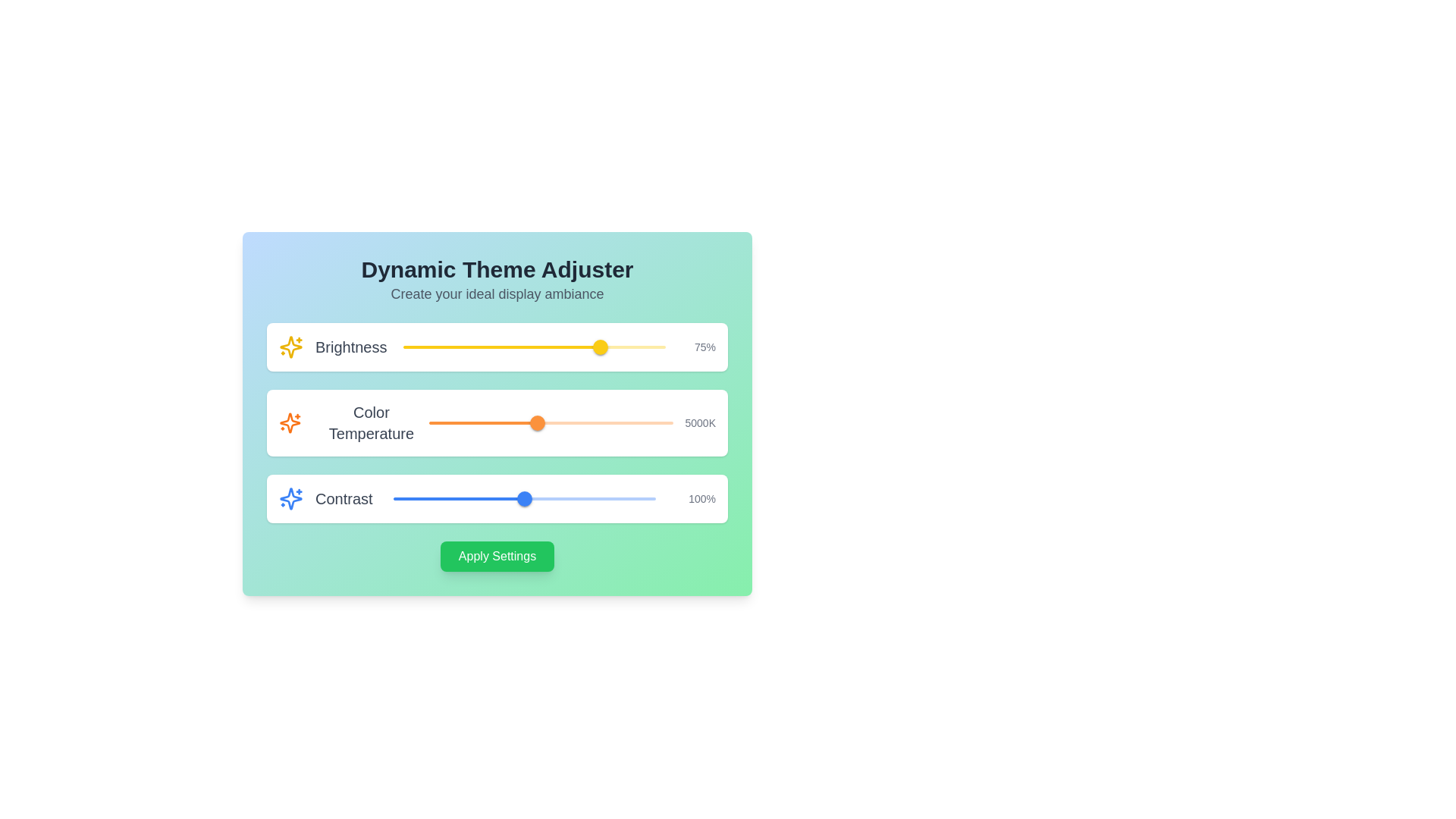 This screenshot has height=819, width=1456. What do you see at coordinates (497, 556) in the screenshot?
I see `the green 'Apply Settings' button with rounded corners to change its color to a darker shade` at bounding box center [497, 556].